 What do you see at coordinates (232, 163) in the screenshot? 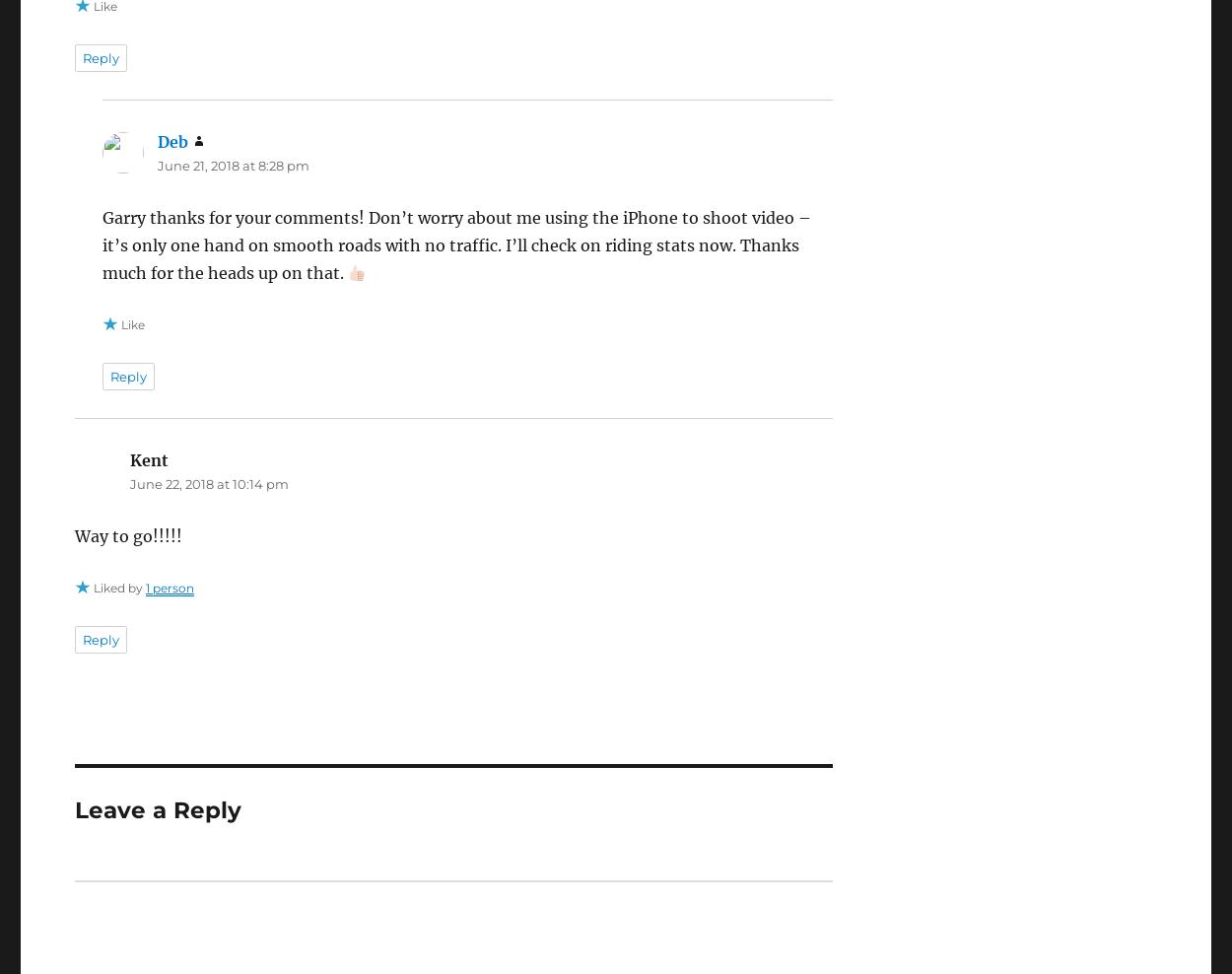
I see `'June 21, 2018 at 8:28 pm'` at bounding box center [232, 163].